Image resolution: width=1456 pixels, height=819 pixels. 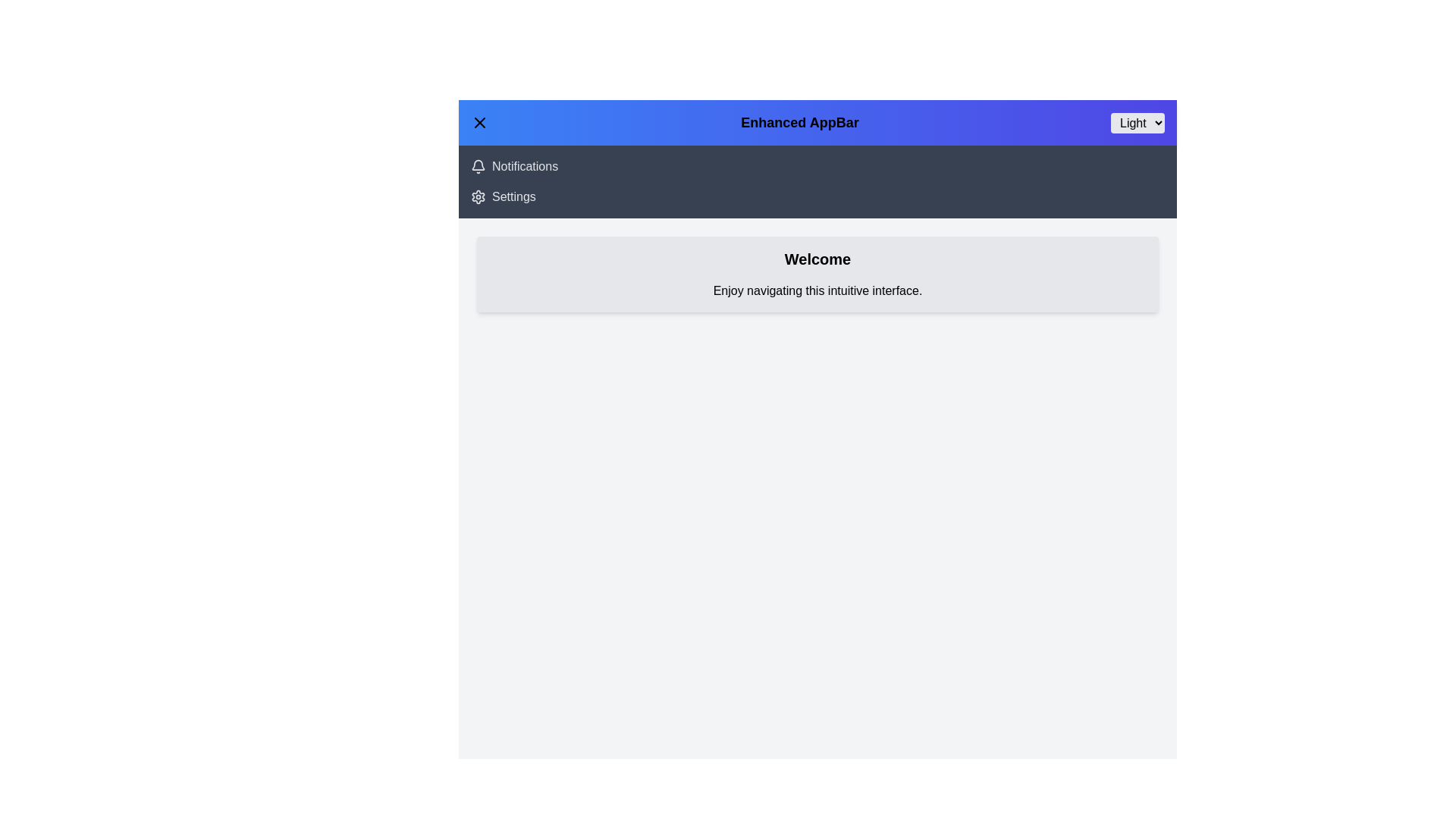 I want to click on the theme option Light from the dropdown menu, so click(x=1137, y=122).